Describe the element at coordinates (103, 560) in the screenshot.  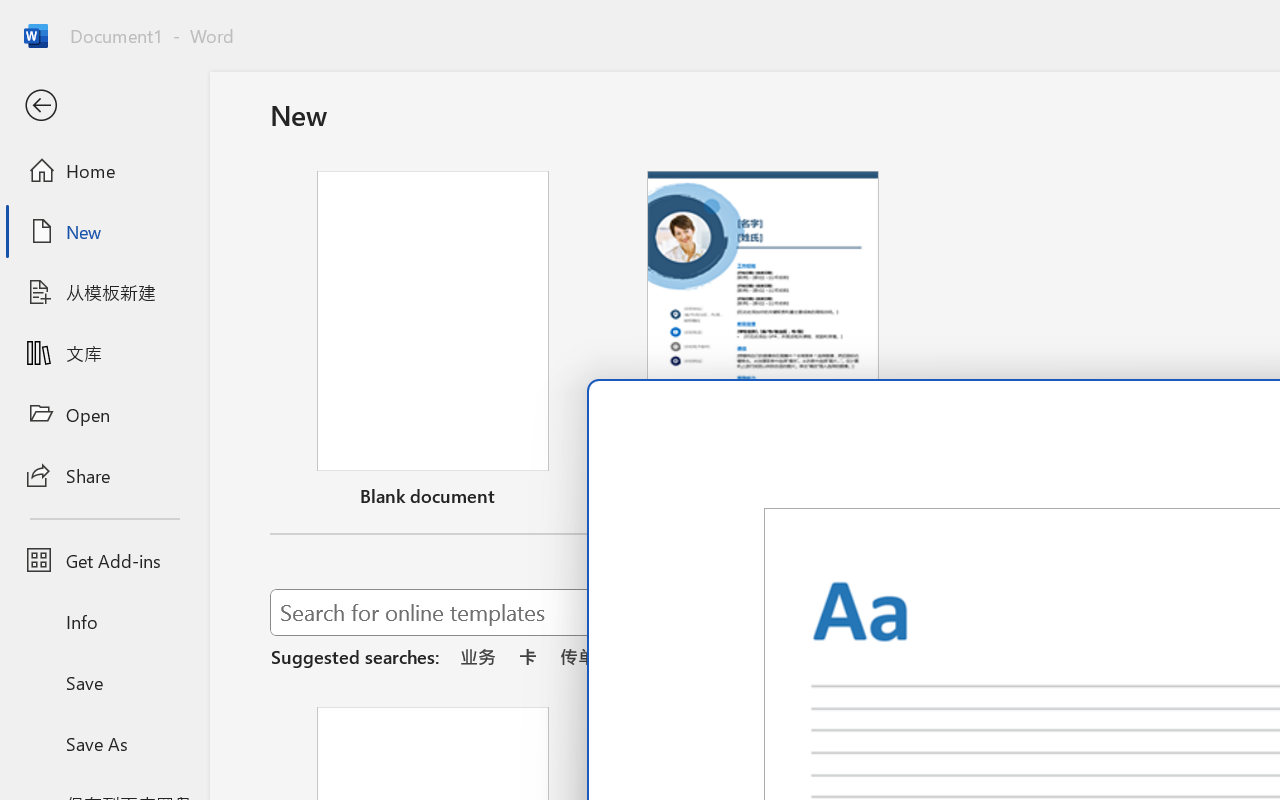
I see `'Get Add-ins'` at that location.